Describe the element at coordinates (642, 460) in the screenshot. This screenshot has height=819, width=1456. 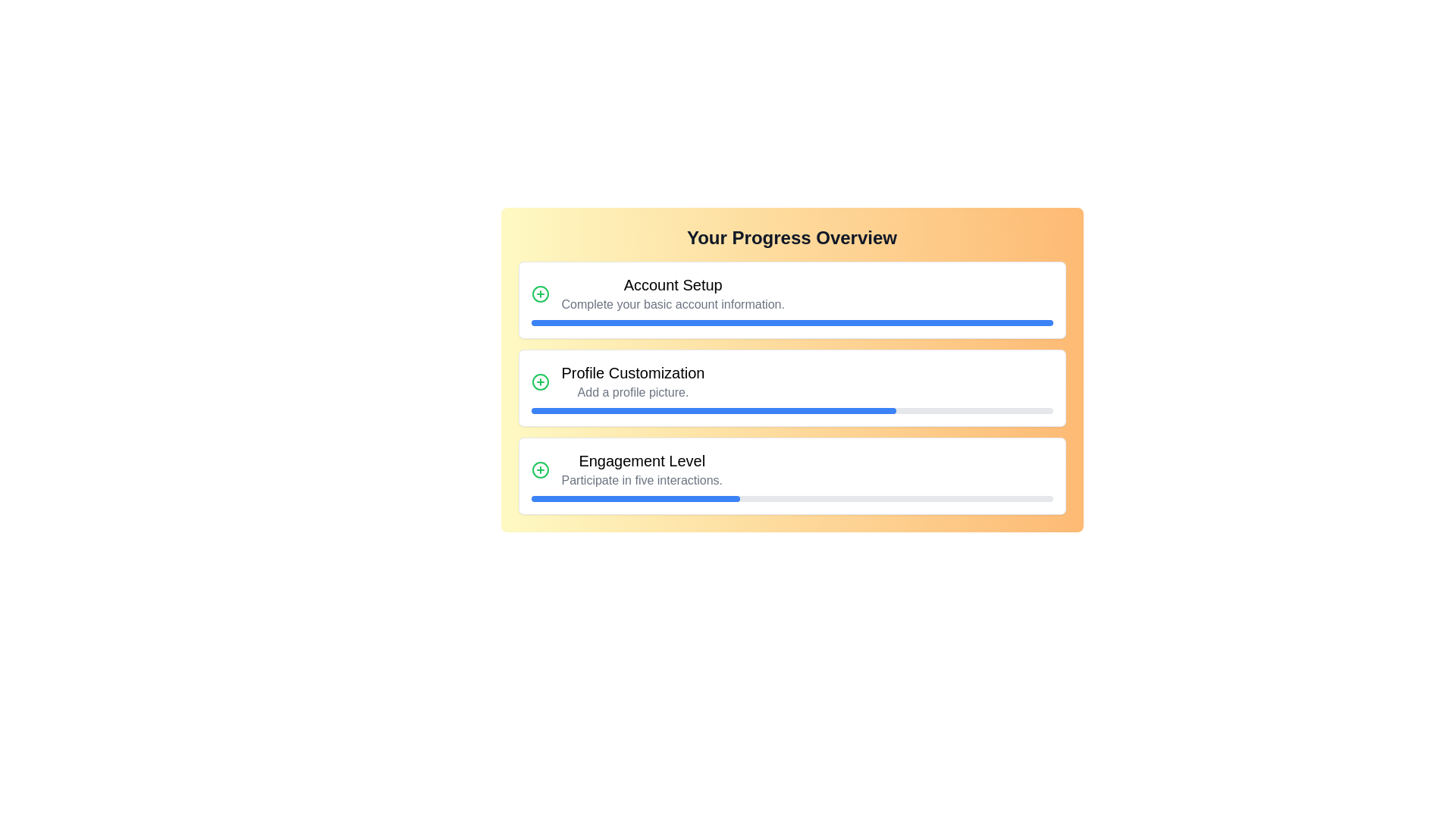
I see `the 'Engagement Level' section title label, which is located above the text 'Participate in five interactions.' and the progress bar` at that location.